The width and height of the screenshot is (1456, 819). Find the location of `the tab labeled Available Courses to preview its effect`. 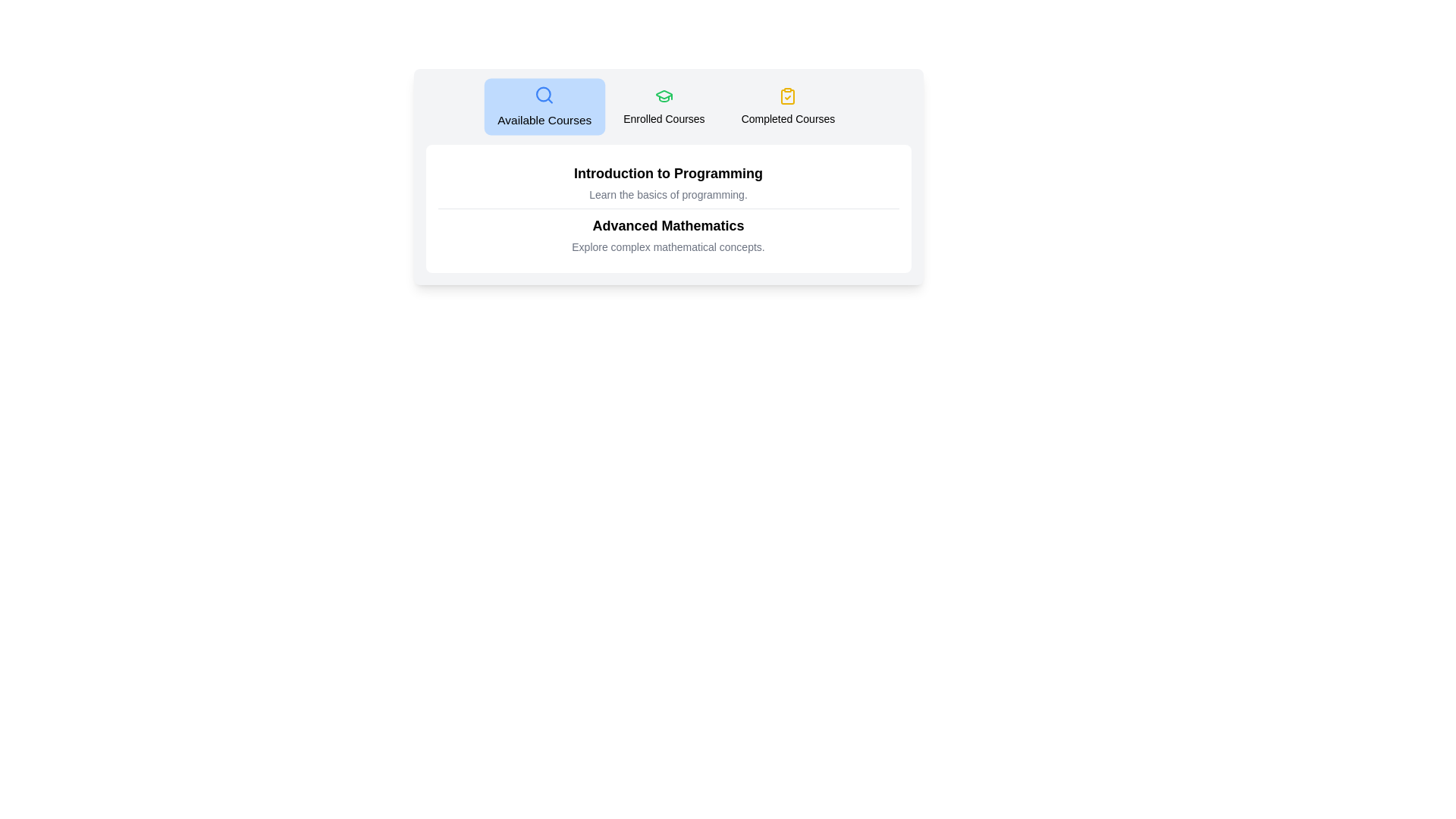

the tab labeled Available Courses to preview its effect is located at coordinates (544, 106).